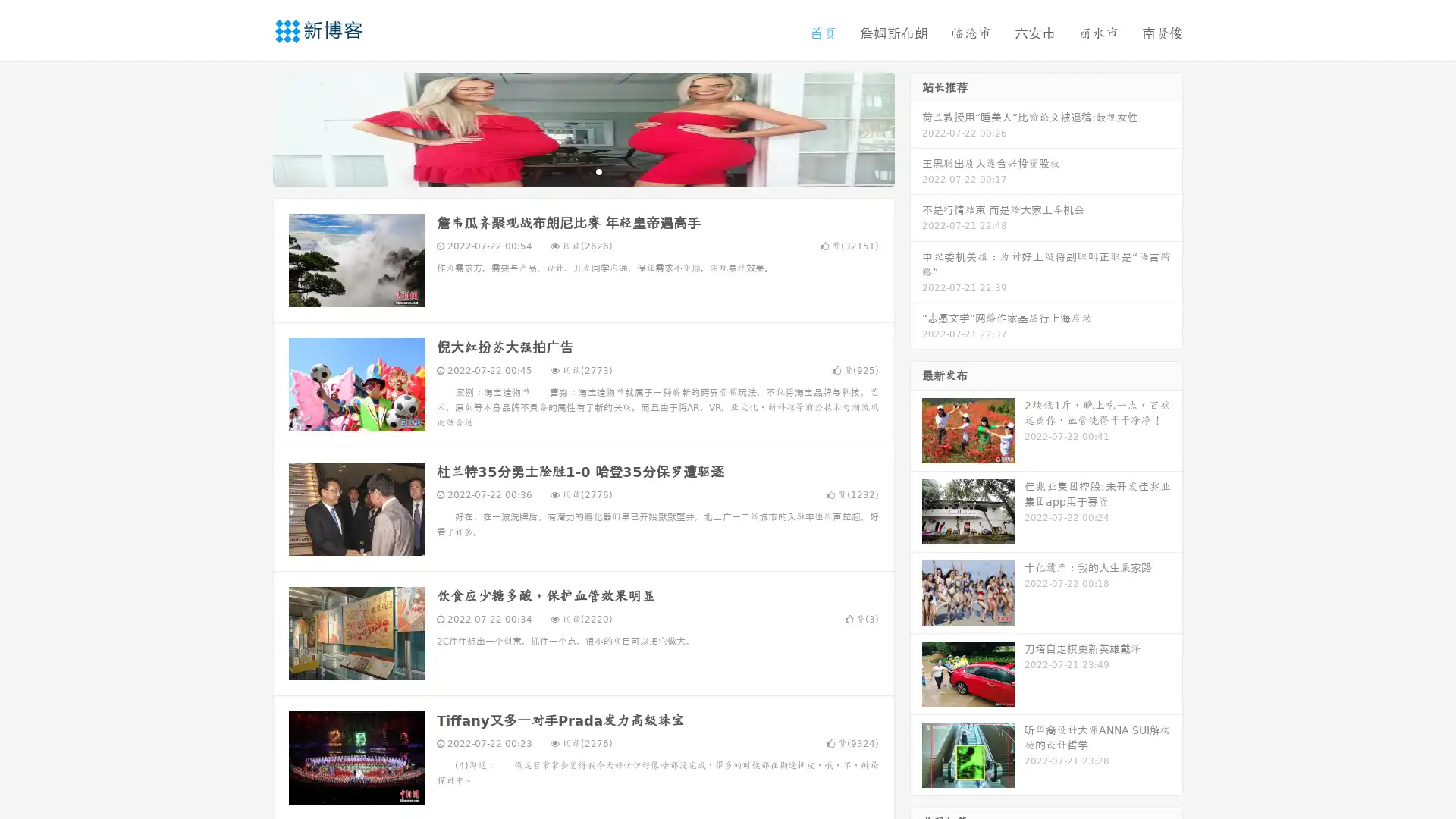 Image resolution: width=1456 pixels, height=819 pixels. Describe the element at coordinates (250, 127) in the screenshot. I see `Previous slide` at that location.